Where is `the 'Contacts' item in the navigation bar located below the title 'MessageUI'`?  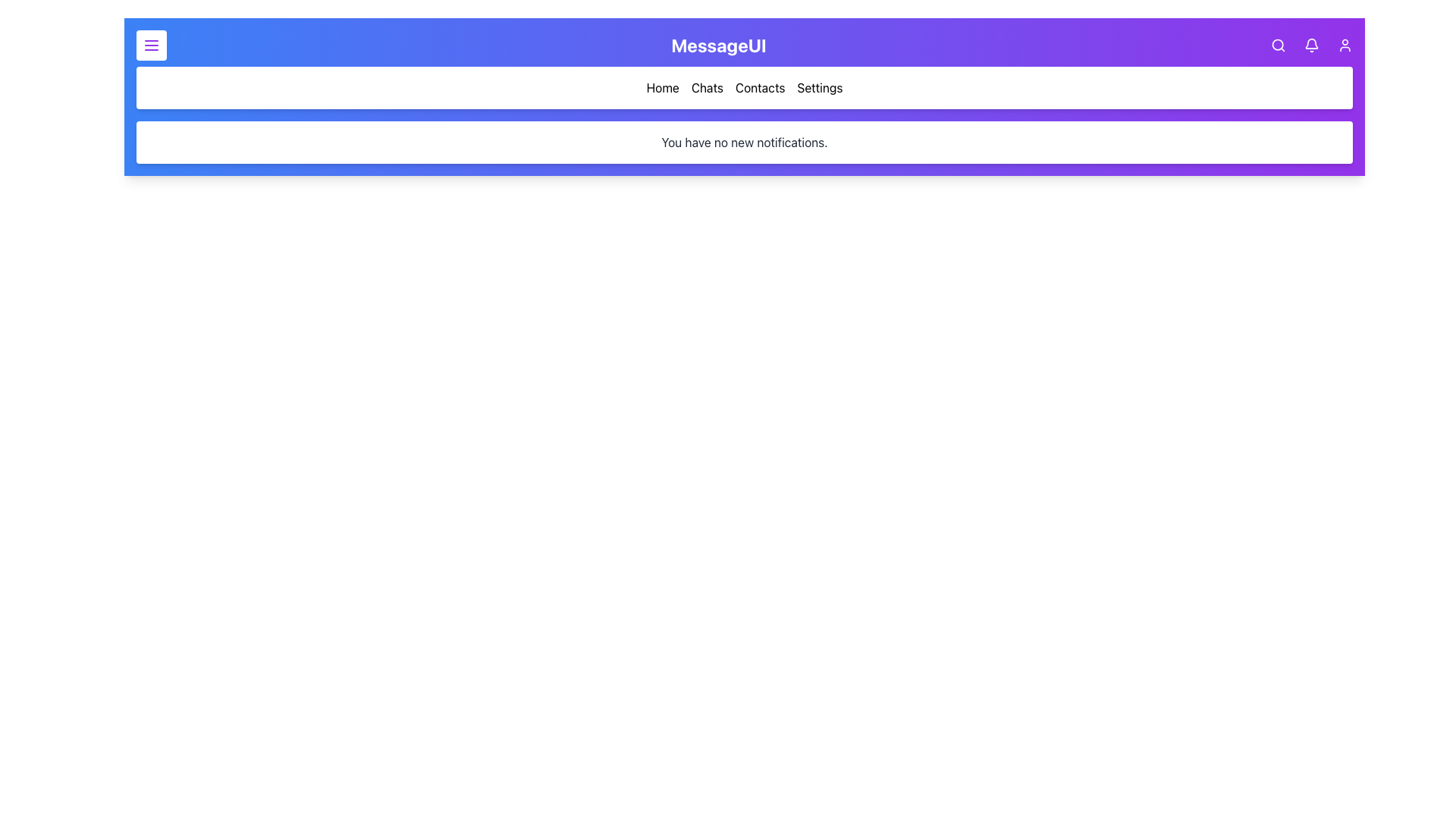
the 'Contacts' item in the navigation bar located below the title 'MessageUI' is located at coordinates (745, 87).